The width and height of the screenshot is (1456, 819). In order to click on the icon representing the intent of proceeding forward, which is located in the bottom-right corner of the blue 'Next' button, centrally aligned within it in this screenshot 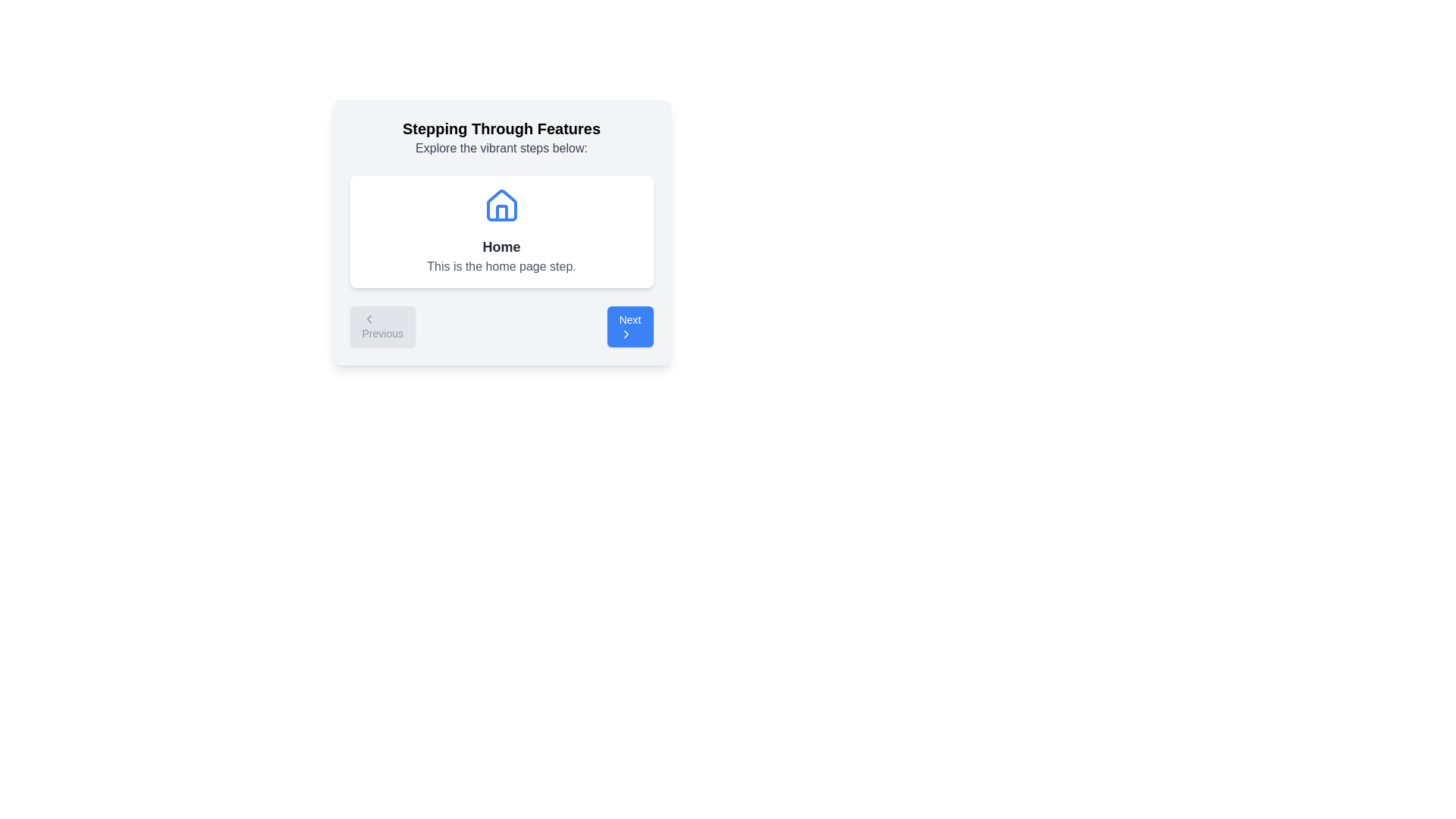, I will do `click(626, 333)`.